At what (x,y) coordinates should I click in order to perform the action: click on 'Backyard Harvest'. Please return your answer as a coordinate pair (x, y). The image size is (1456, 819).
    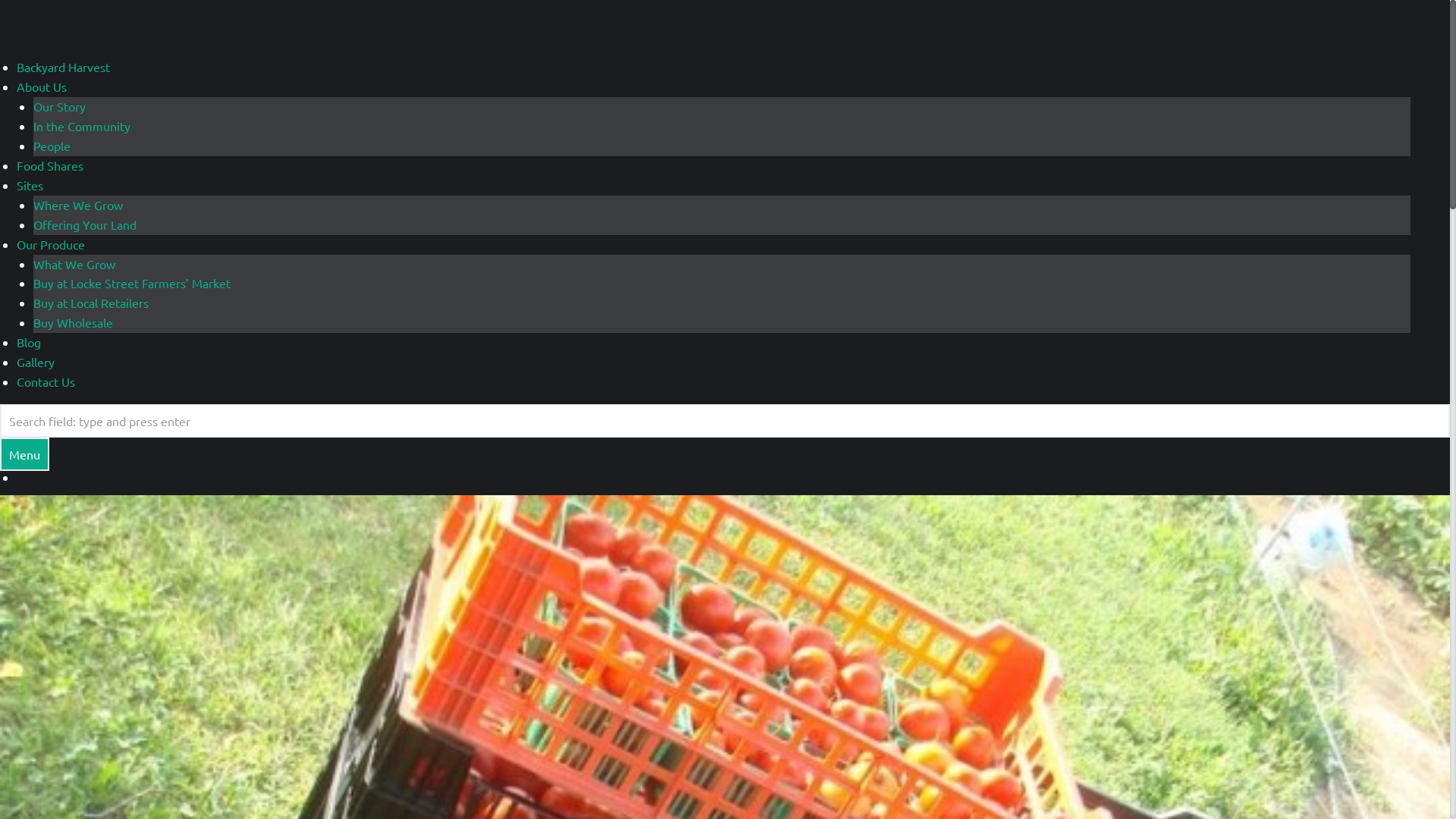
    Looking at the image, I should click on (62, 66).